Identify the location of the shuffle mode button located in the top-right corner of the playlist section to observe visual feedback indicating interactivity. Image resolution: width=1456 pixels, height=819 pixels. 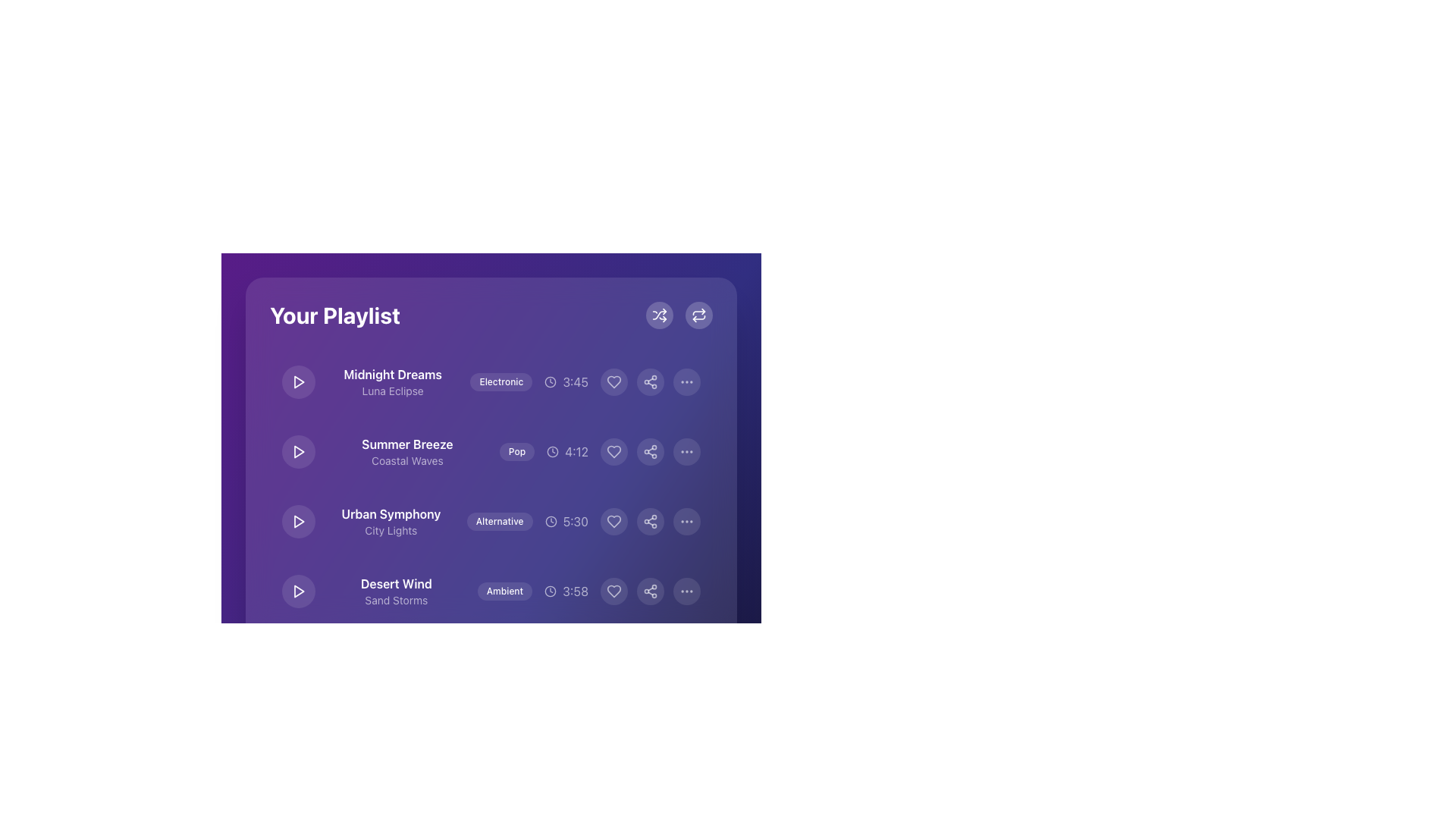
(659, 315).